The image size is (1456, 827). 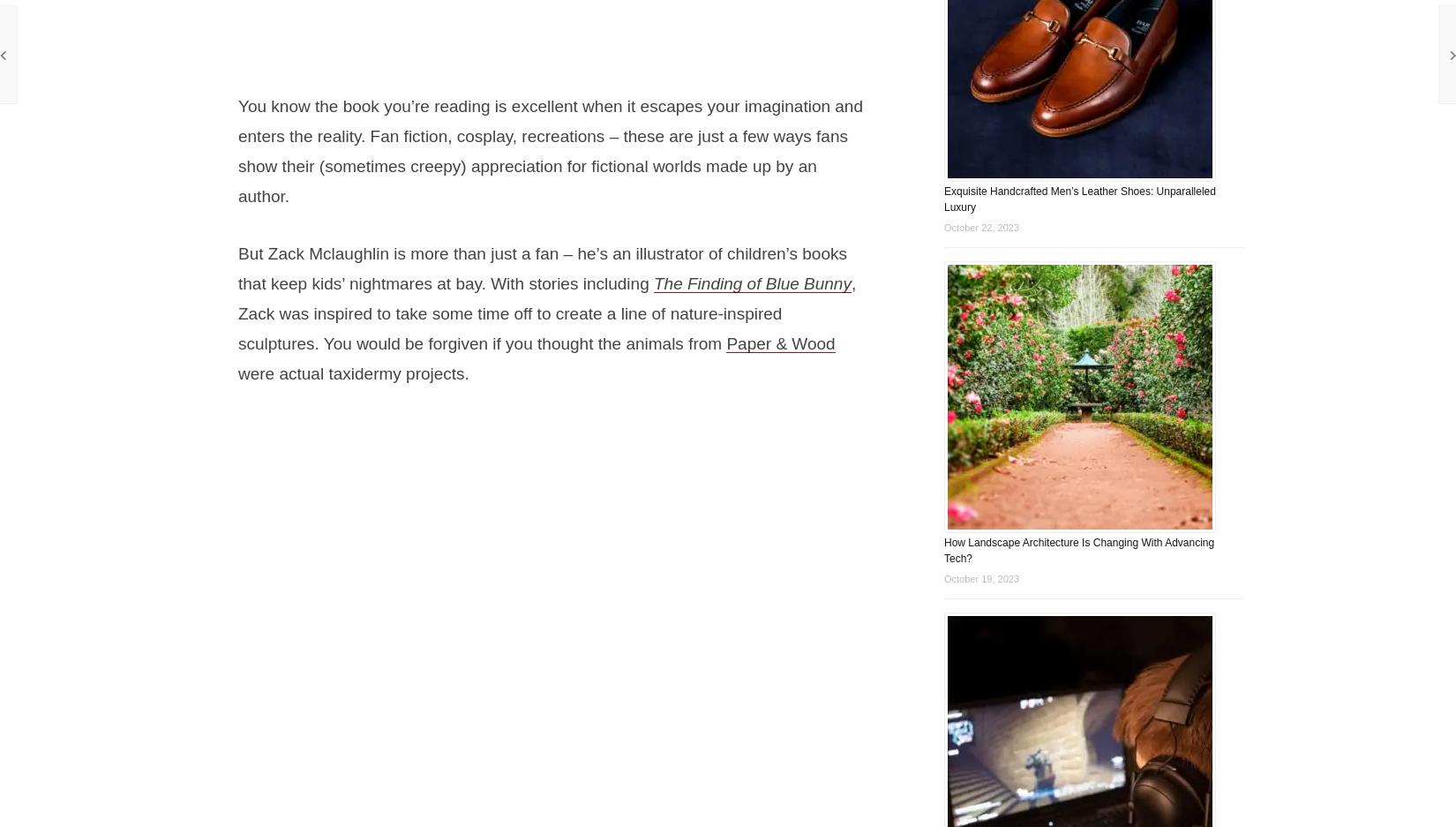 What do you see at coordinates (549, 150) in the screenshot?
I see `'You know the book you’re reading is excellent when it escapes your imagination and enters the reality. Fan fiction, cosplay, recreations – these are just a few ways fans show their (sometimes creepy) appreciation for fictional worlds made up by an author.'` at bounding box center [549, 150].